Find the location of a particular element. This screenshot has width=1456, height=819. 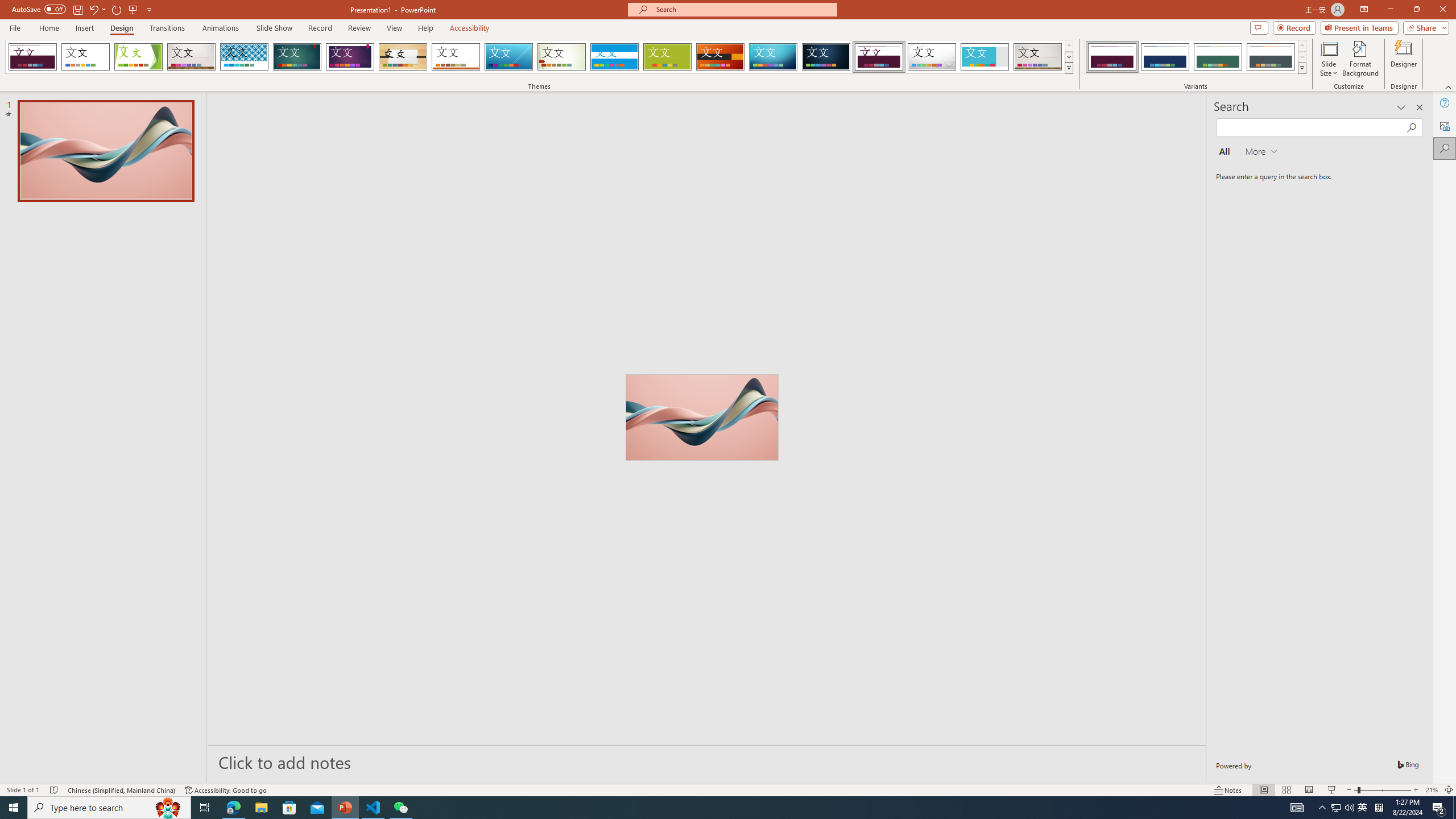

'Facet' is located at coordinates (138, 56).